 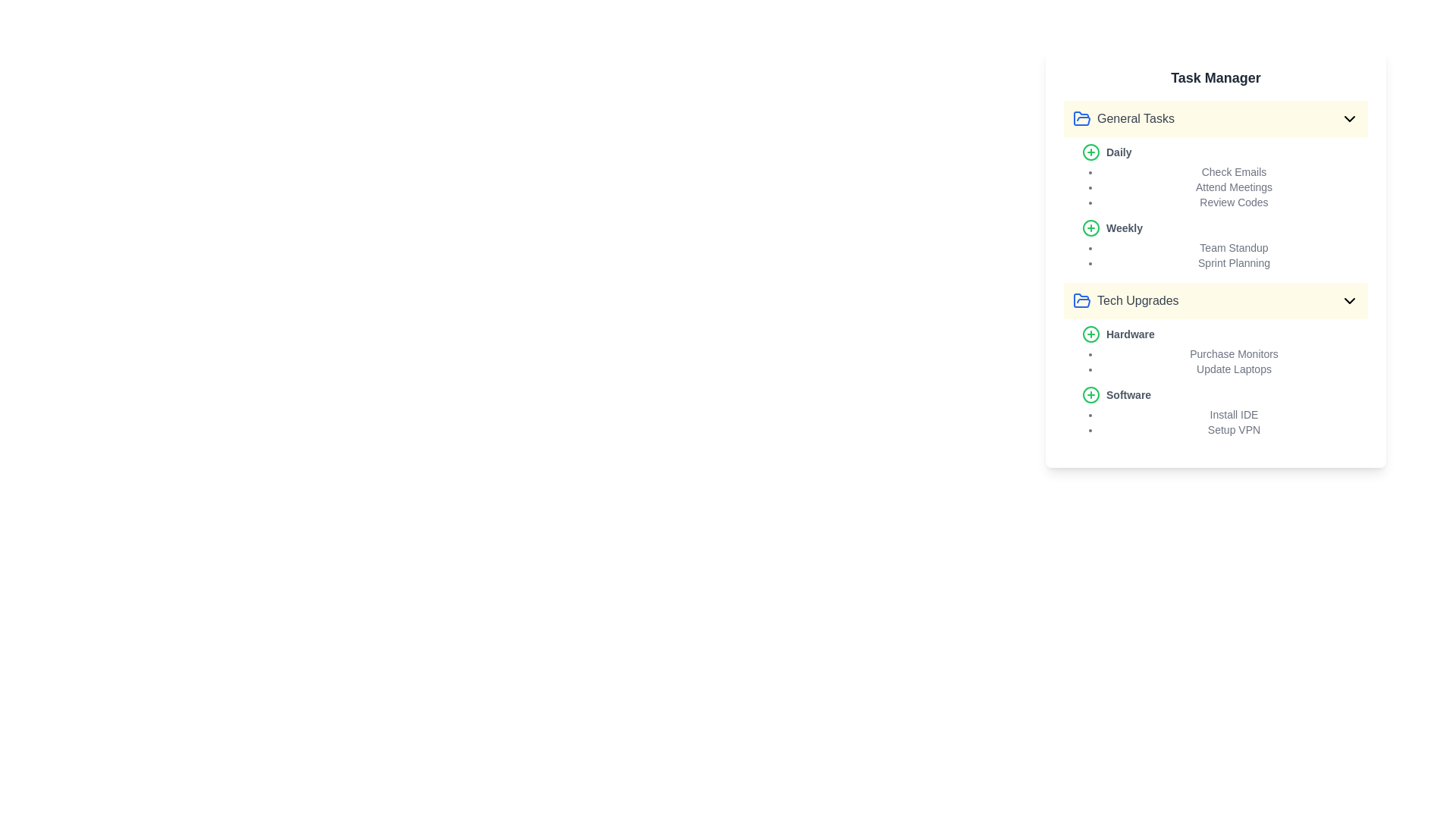 I want to click on the bulleted list under the 'Software' section, so click(x=1225, y=412).